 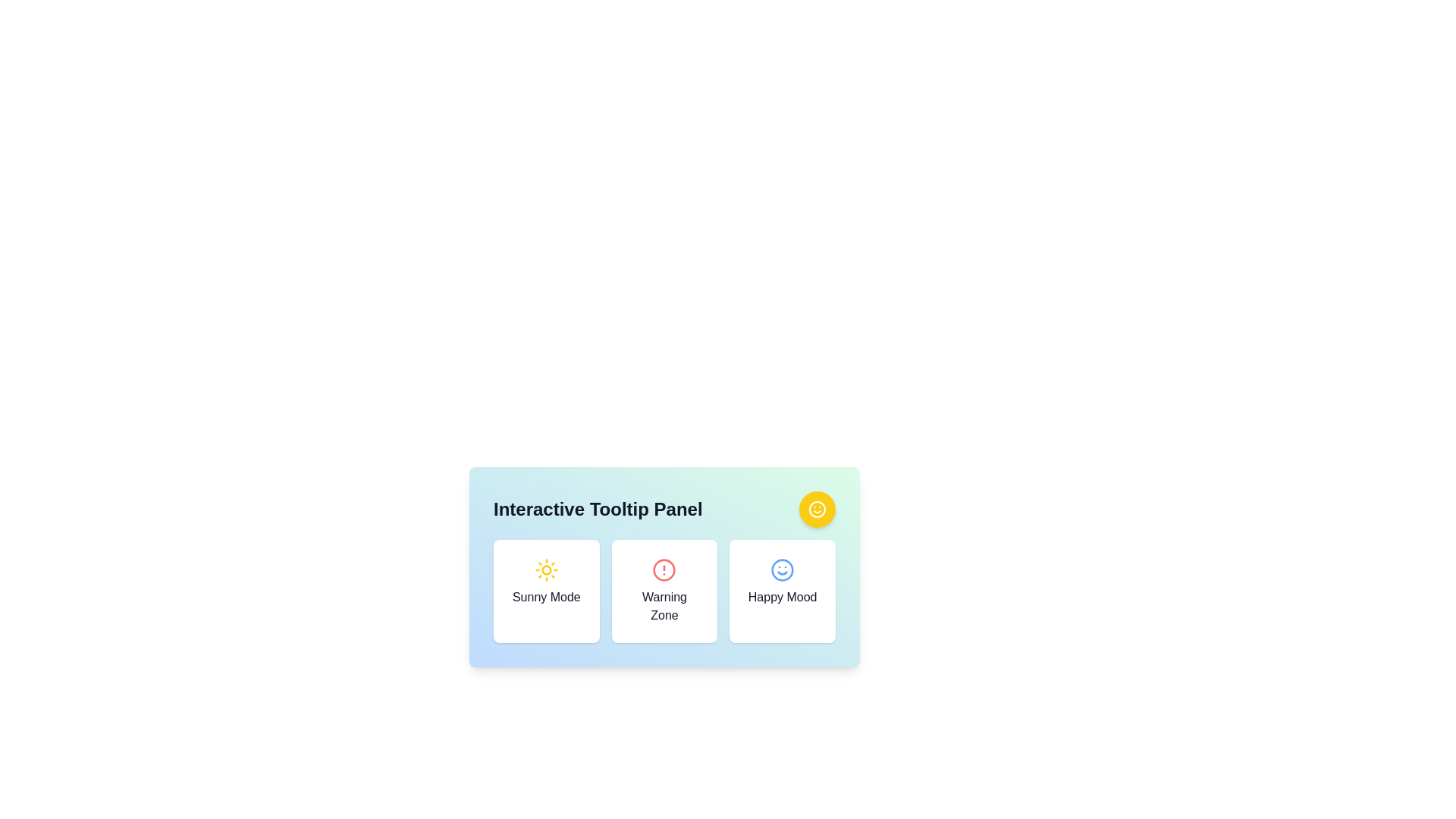 What do you see at coordinates (546, 570) in the screenshot?
I see `the circular element that represents a core or sun-like feature in the Interactive Tooltip Panel, located in the left panel of three options` at bounding box center [546, 570].